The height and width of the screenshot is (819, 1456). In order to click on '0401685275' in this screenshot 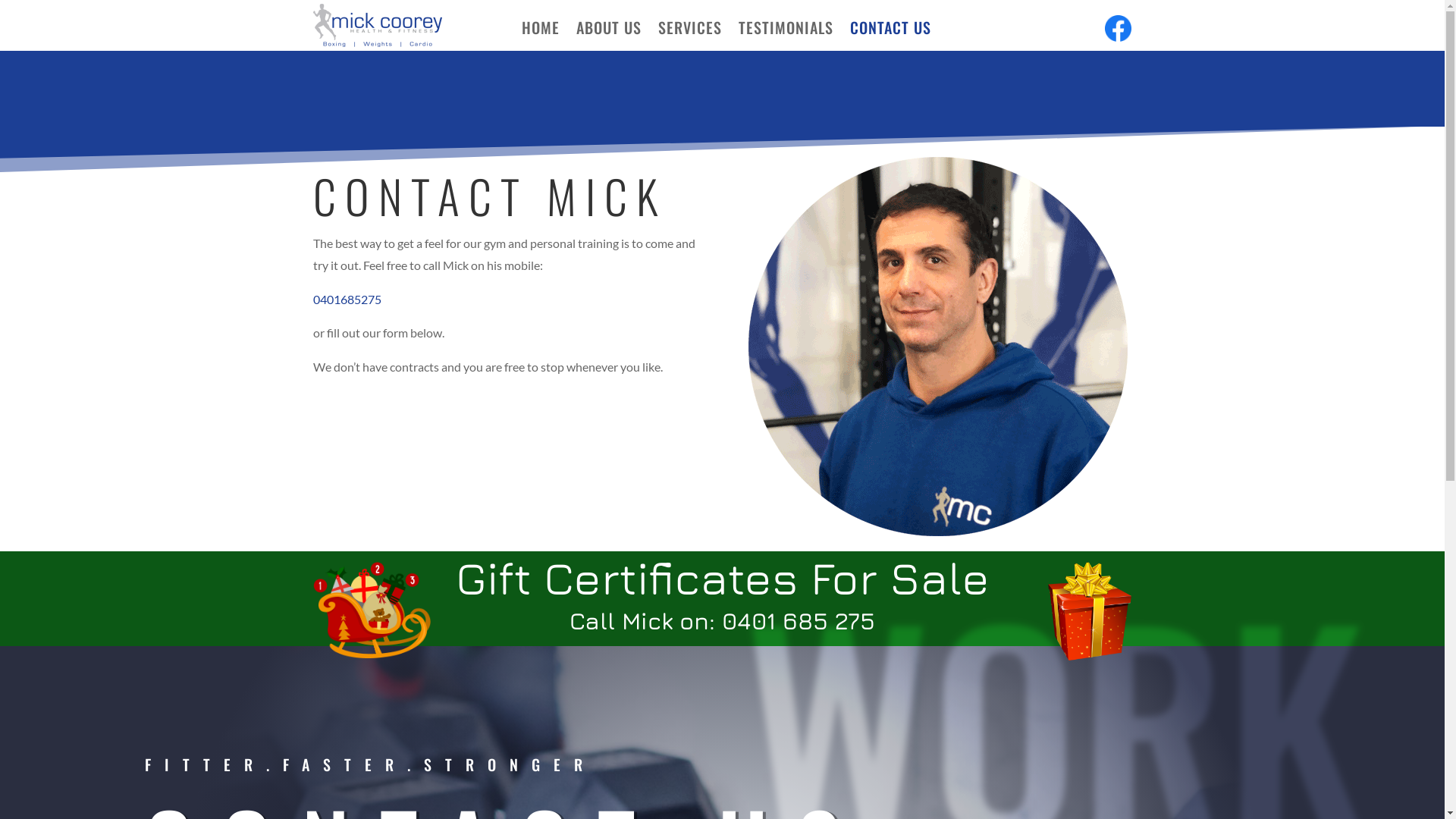, I will do `click(312, 299)`.